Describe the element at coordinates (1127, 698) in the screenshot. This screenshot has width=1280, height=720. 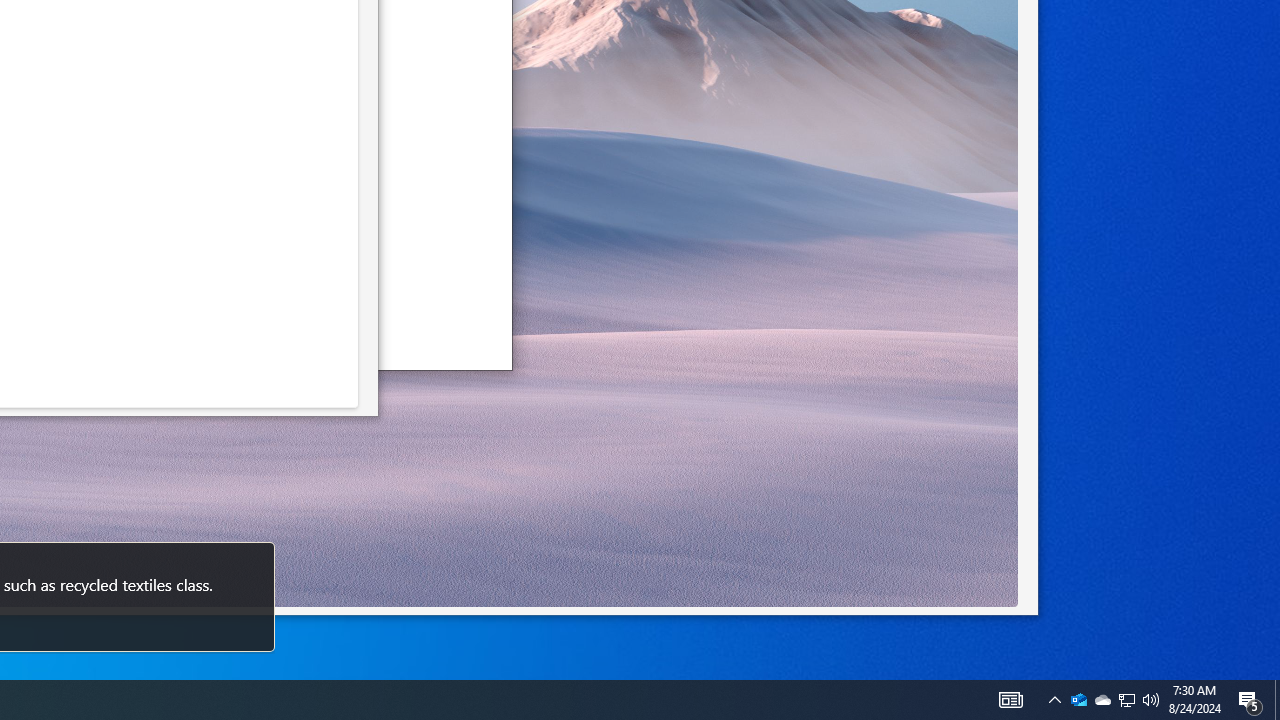
I see `'User Promoted Notification Area'` at that location.